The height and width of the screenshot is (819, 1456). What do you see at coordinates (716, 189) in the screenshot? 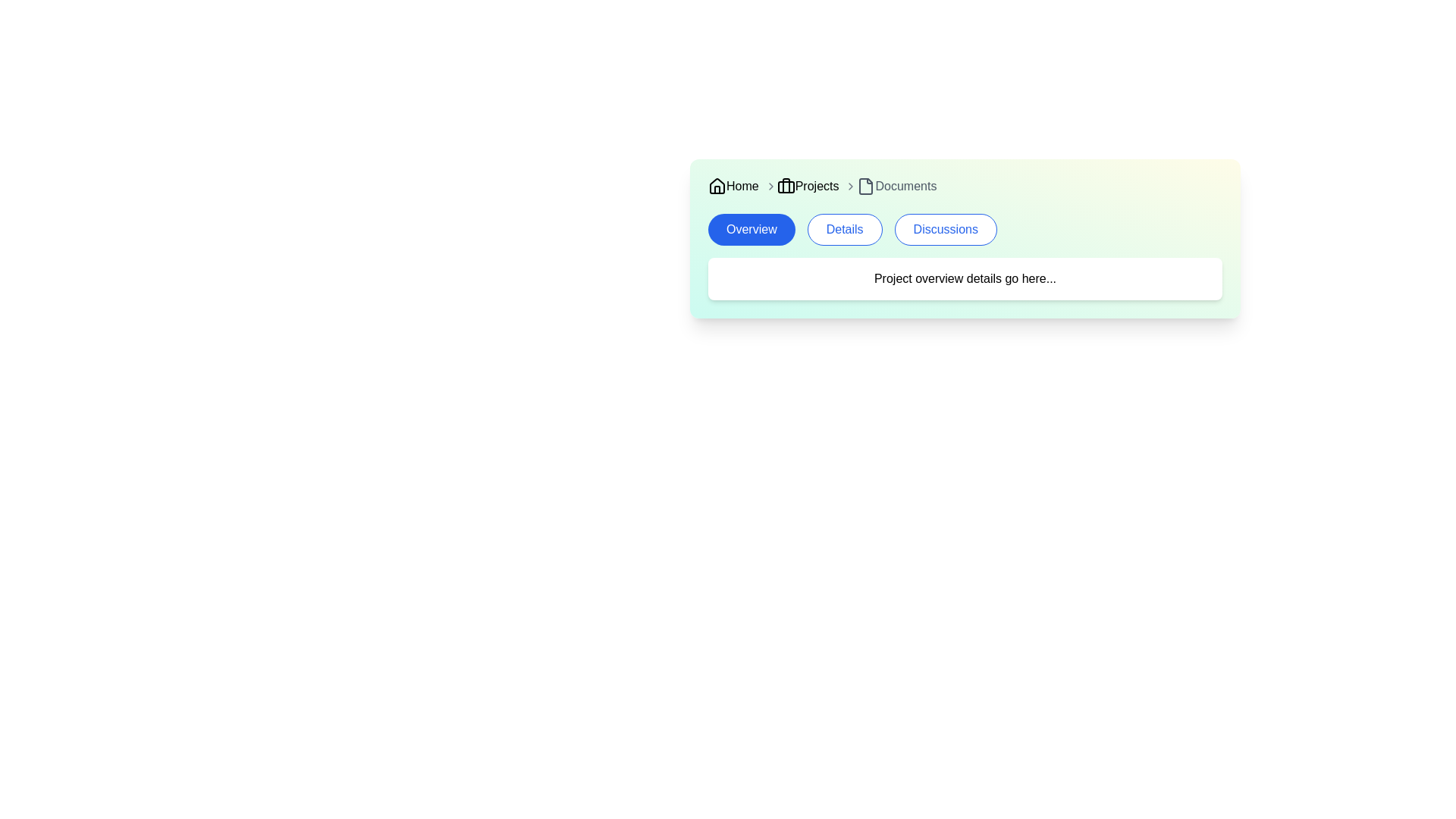
I see `the lower part of the SVG house icon element, which serves as a door and is located in the breadcrumb navigation next to the 'Home' label` at bounding box center [716, 189].